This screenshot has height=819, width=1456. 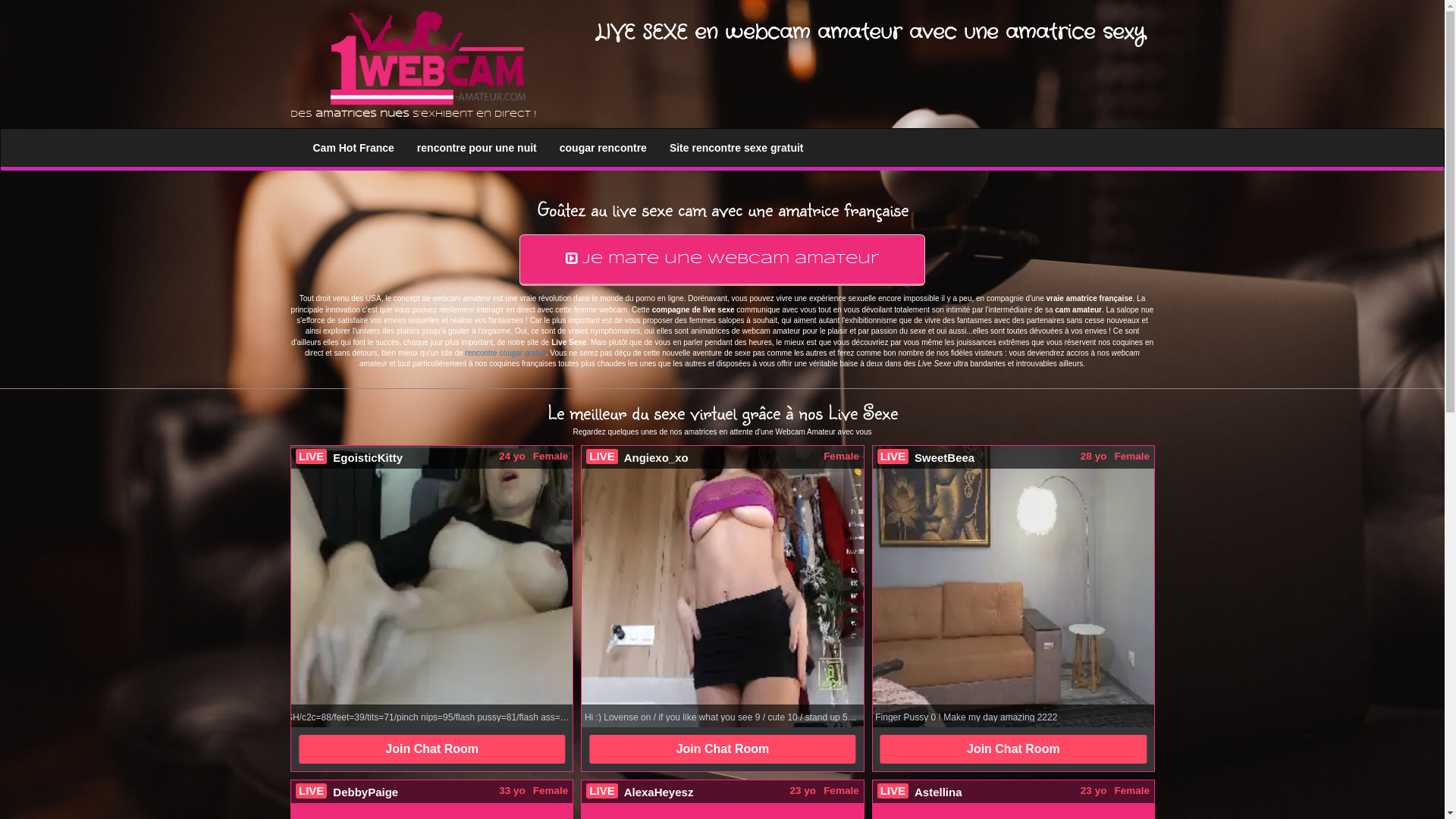 I want to click on 'Site rencontre sexe gratuit', so click(x=736, y=148).